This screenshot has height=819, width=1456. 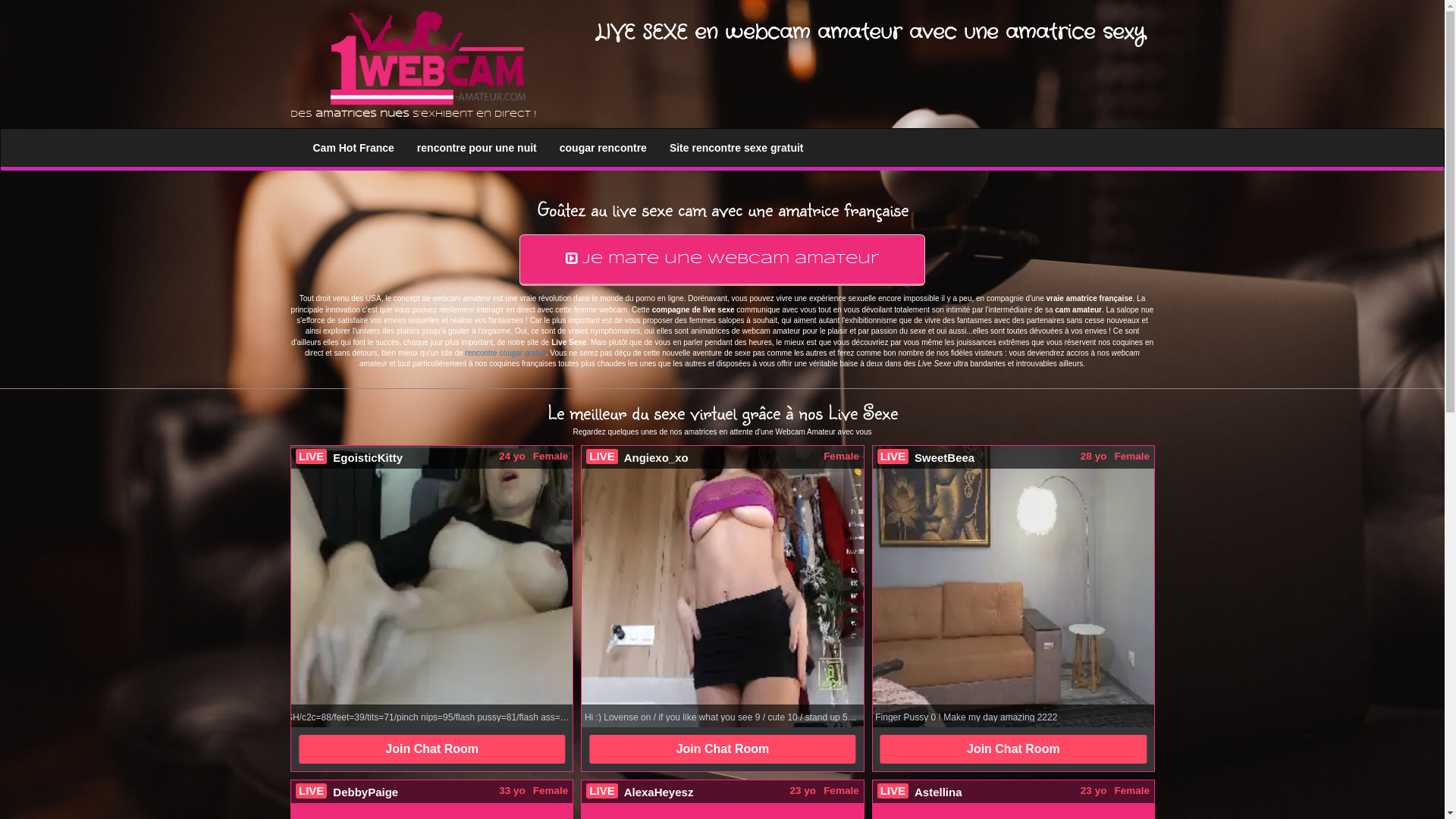 I want to click on 'Site rencontre sexe gratuit', so click(x=736, y=148).